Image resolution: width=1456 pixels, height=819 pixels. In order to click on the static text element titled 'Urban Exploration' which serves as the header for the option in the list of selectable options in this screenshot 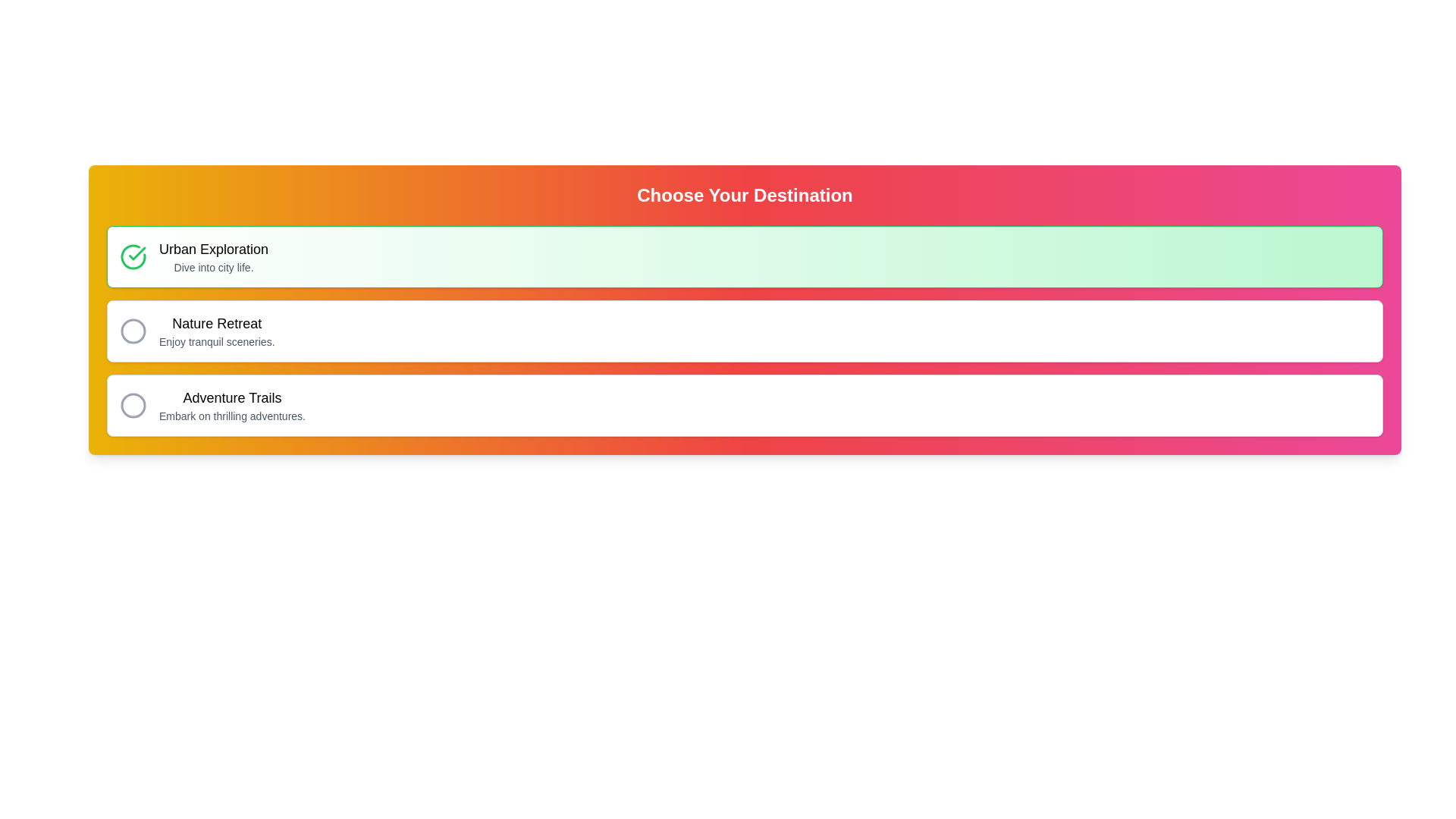, I will do `click(213, 248)`.